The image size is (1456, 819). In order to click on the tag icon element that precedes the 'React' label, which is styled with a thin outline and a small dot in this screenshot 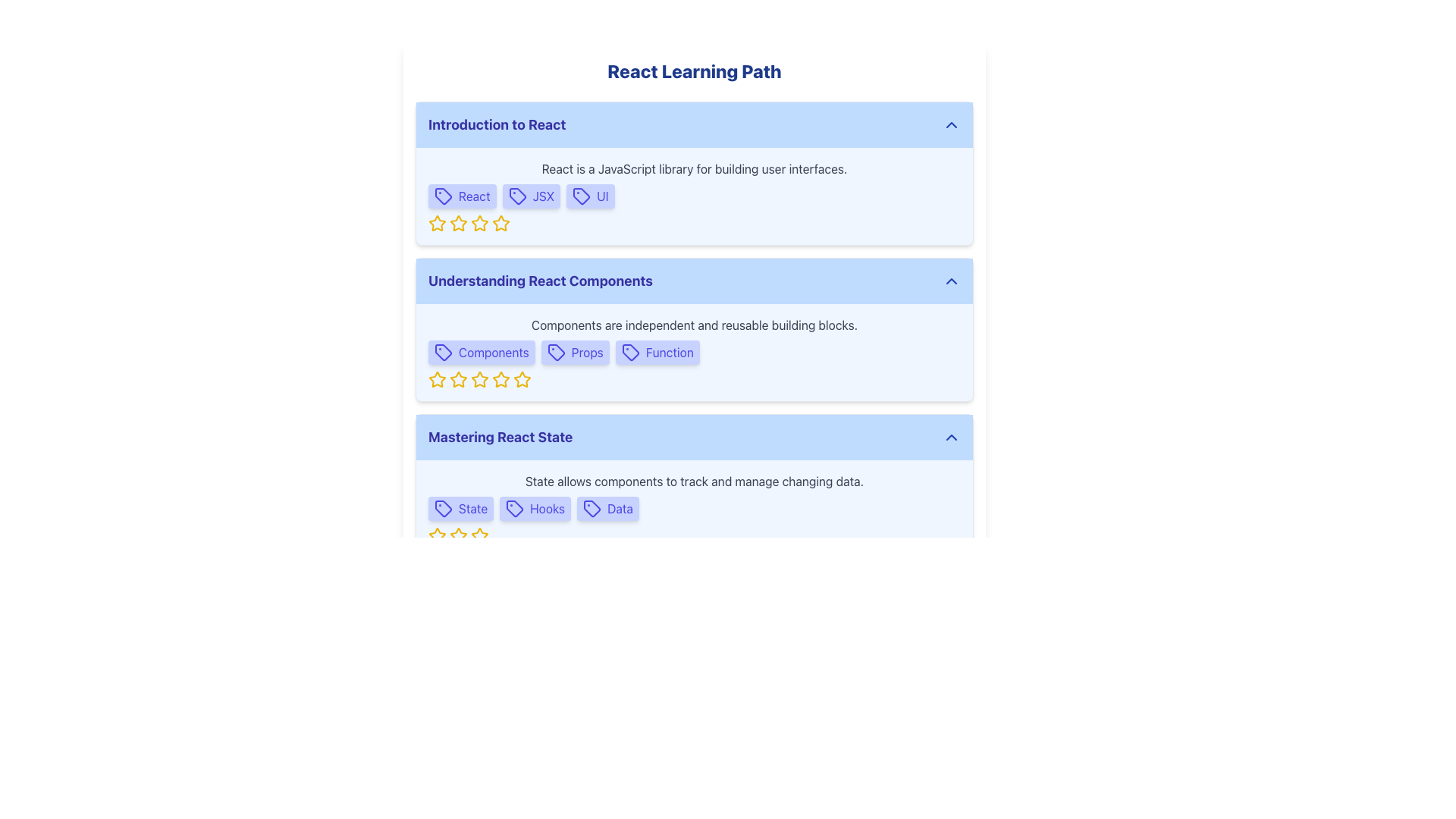, I will do `click(443, 195)`.